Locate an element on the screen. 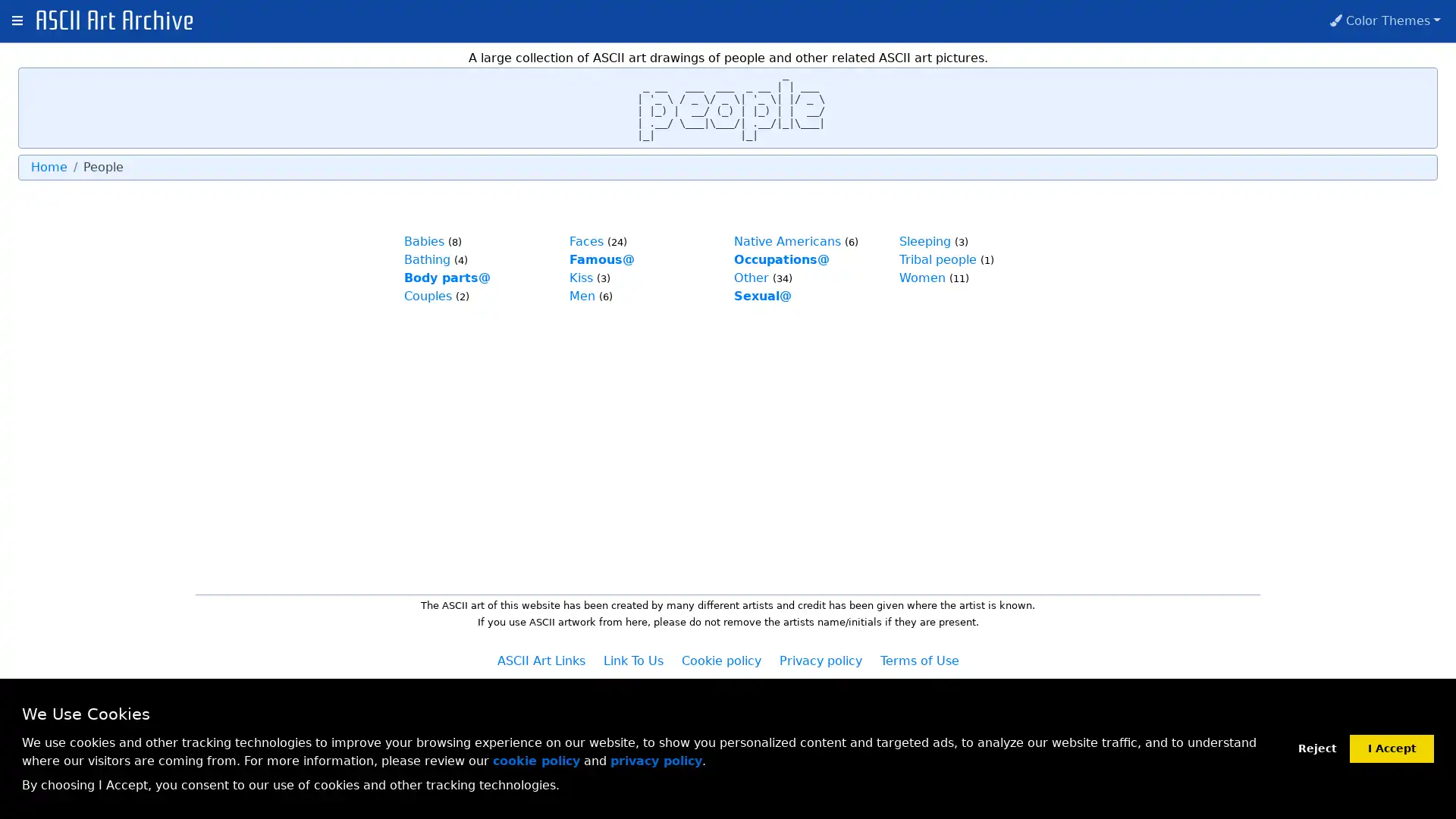  Reject is located at coordinates (1316, 748).